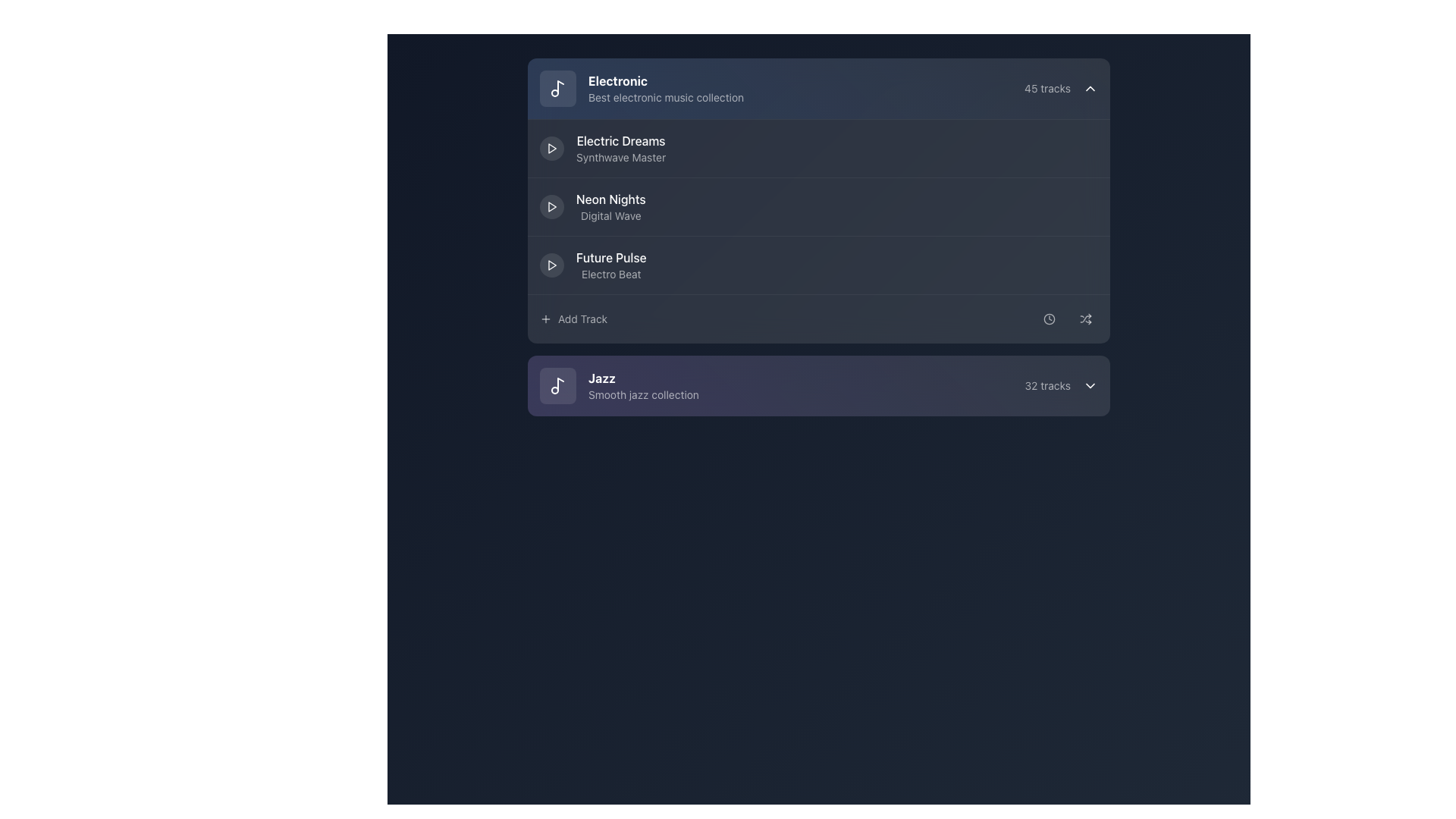 The image size is (1456, 819). What do you see at coordinates (818, 200) in the screenshot?
I see `to select the music track 'Neon Nights' from the list of electronic tracks` at bounding box center [818, 200].